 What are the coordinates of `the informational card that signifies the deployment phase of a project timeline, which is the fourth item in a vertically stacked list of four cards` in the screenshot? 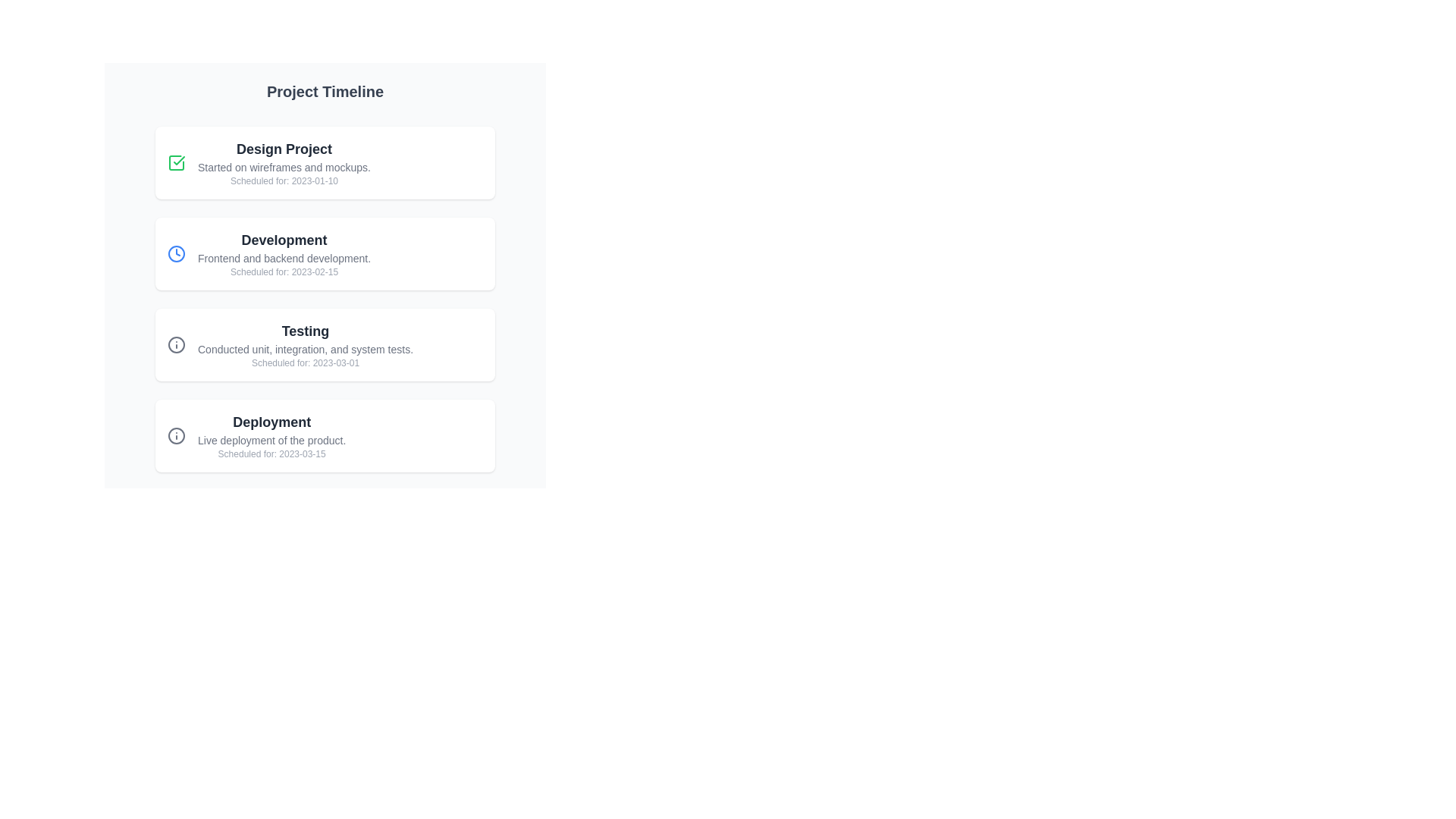 It's located at (324, 435).